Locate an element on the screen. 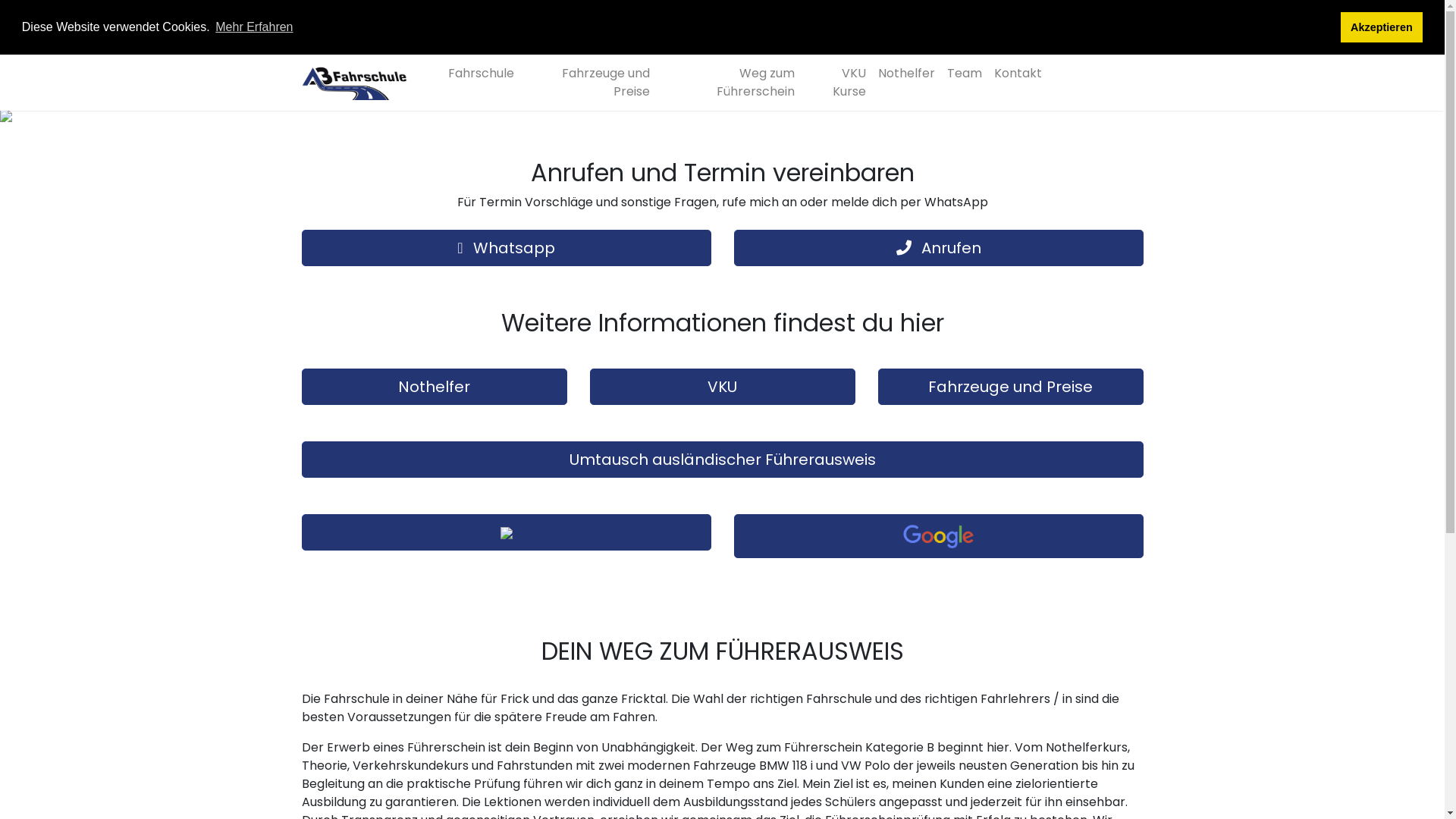 This screenshot has width=1456, height=819. 'Mehr Erfahren' is located at coordinates (254, 27).